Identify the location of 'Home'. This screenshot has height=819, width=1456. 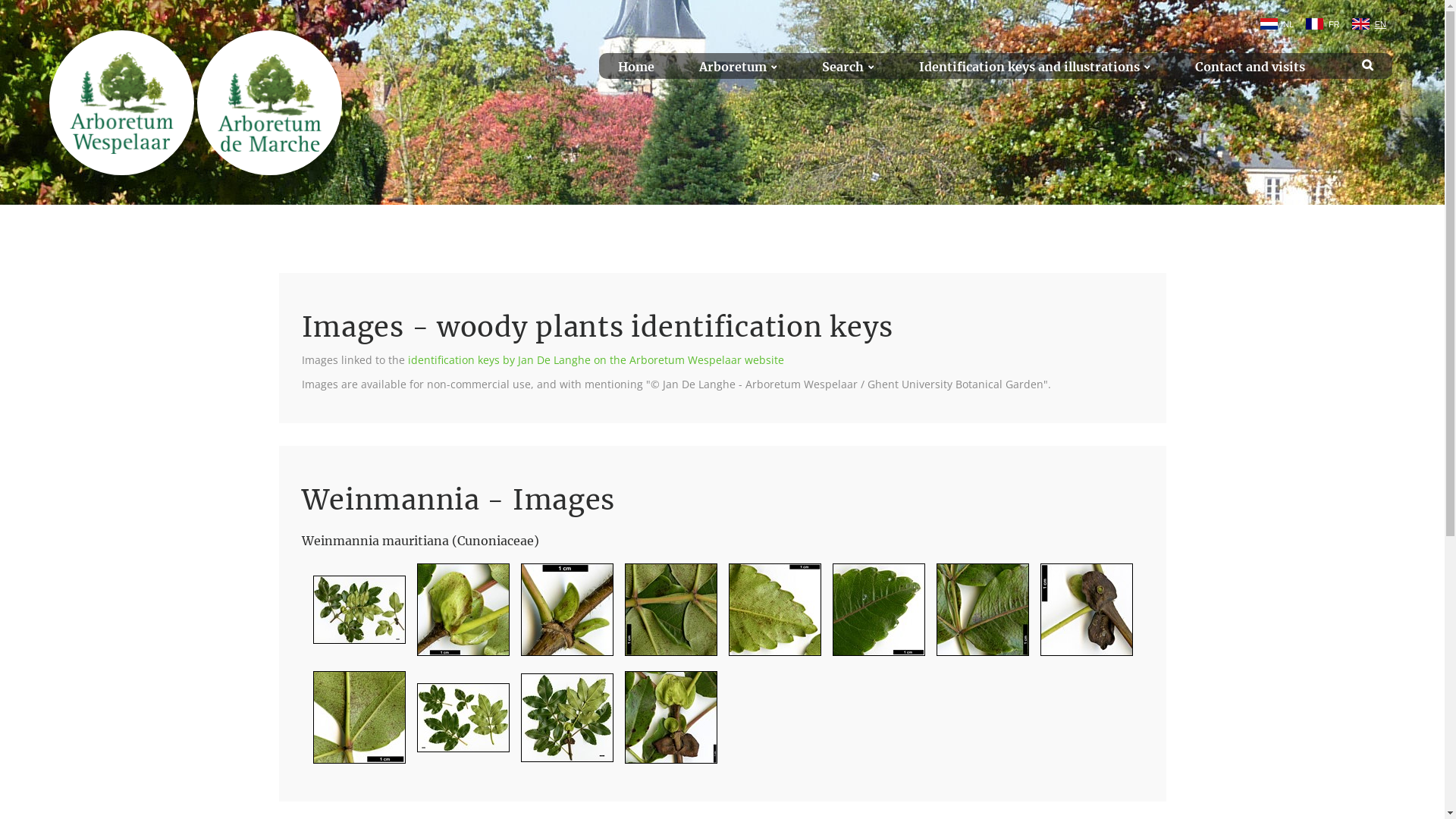
(636, 66).